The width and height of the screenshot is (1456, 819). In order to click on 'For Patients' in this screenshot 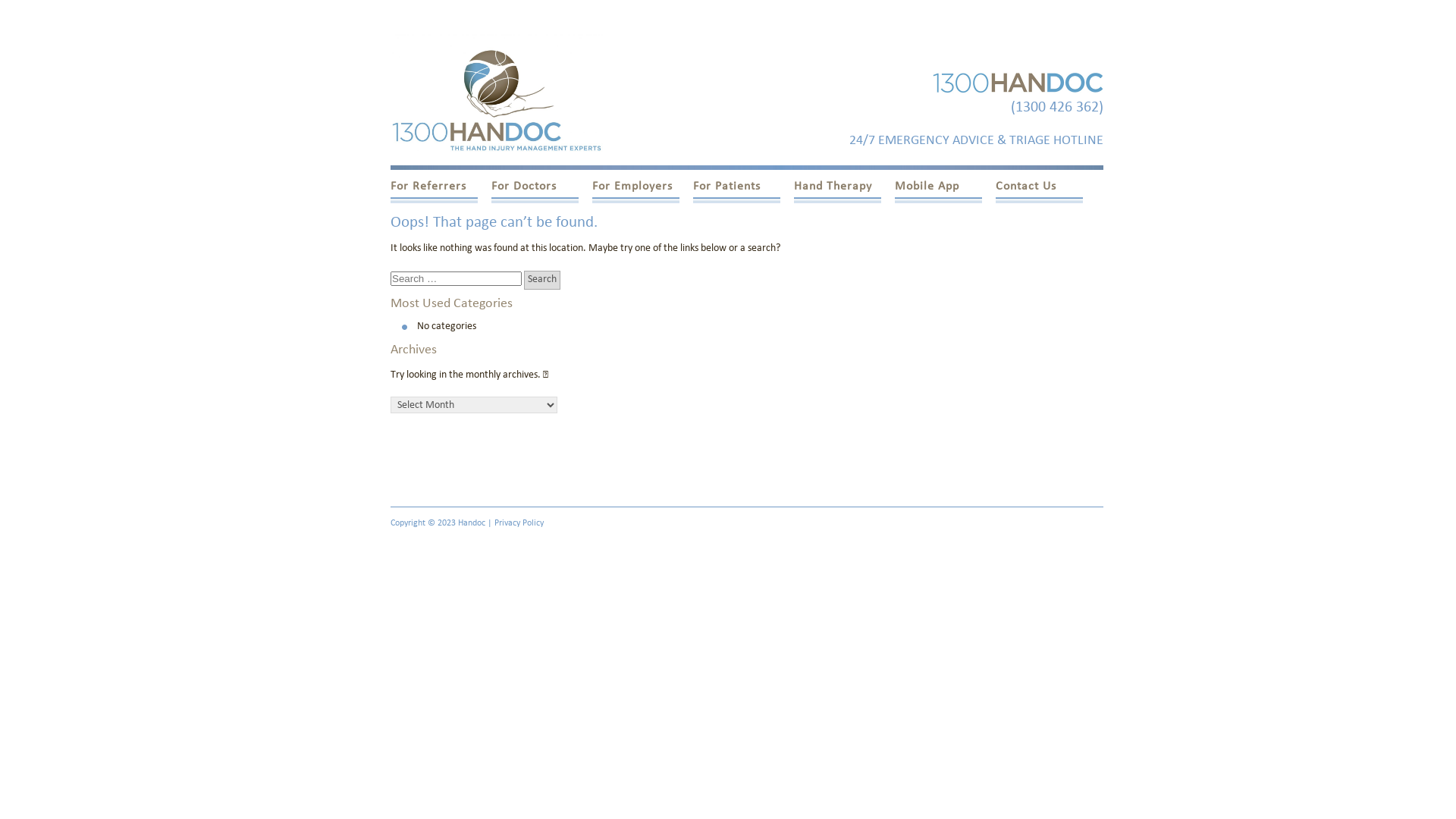, I will do `click(692, 191)`.